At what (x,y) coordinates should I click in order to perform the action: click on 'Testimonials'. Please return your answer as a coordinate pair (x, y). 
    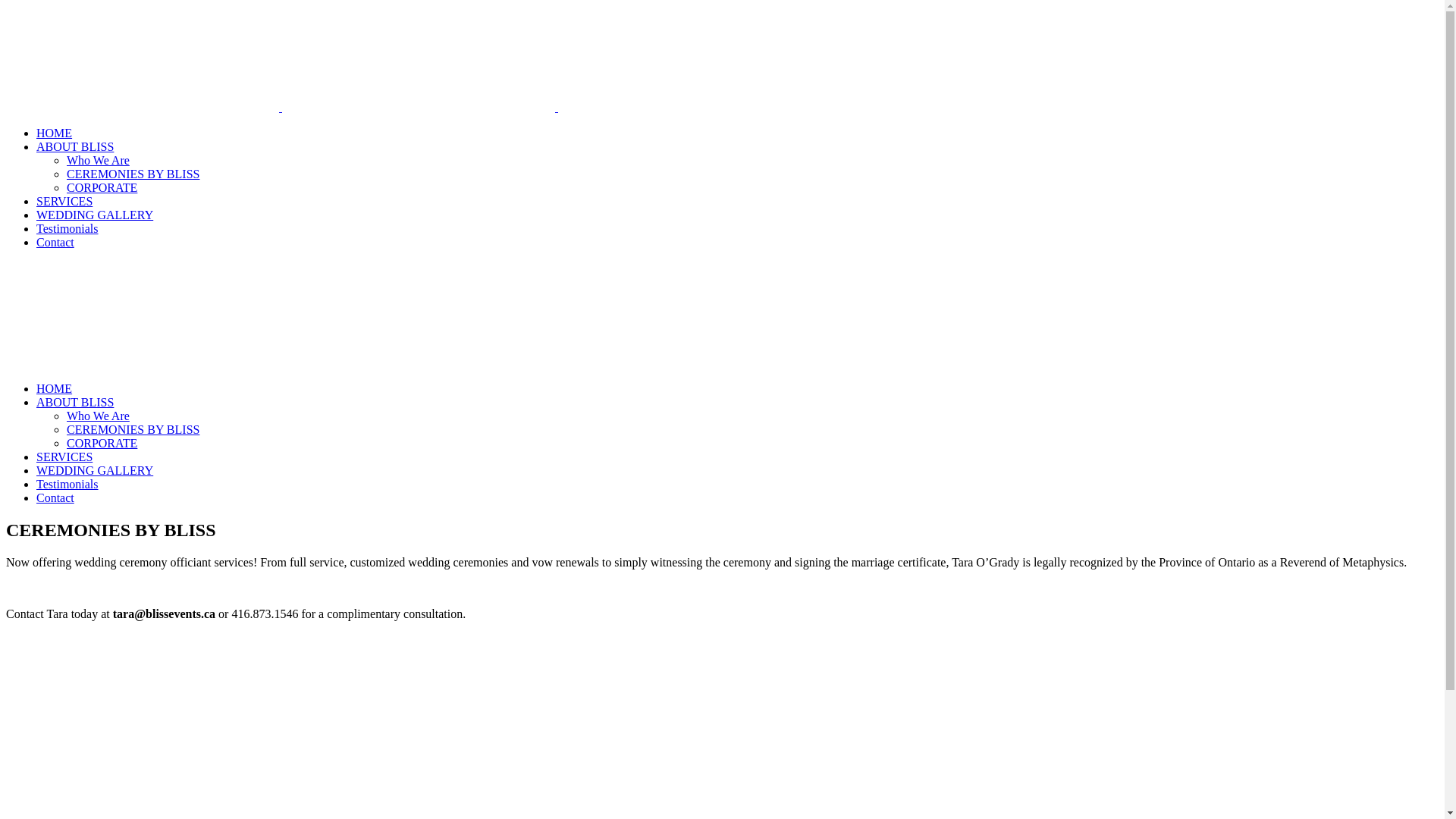
    Looking at the image, I should click on (67, 484).